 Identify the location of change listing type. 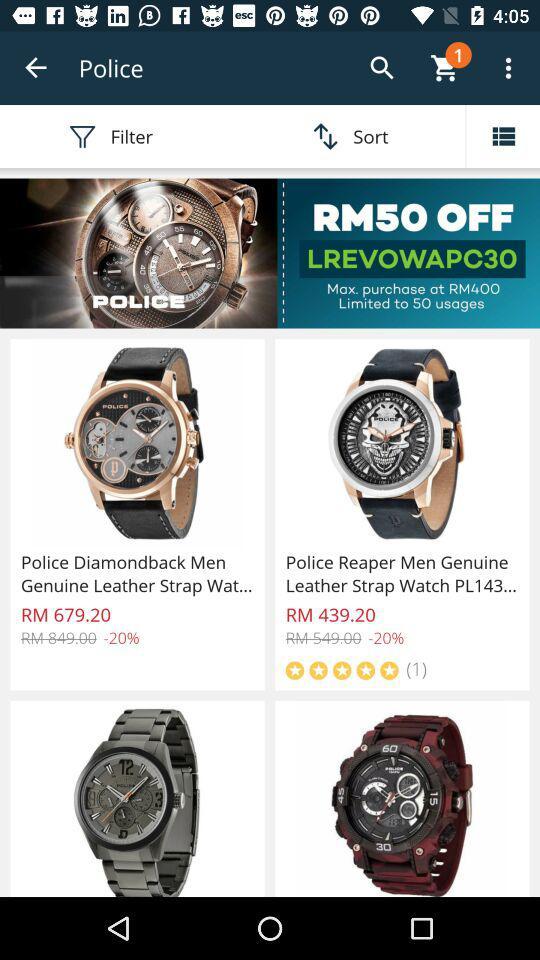
(502, 135).